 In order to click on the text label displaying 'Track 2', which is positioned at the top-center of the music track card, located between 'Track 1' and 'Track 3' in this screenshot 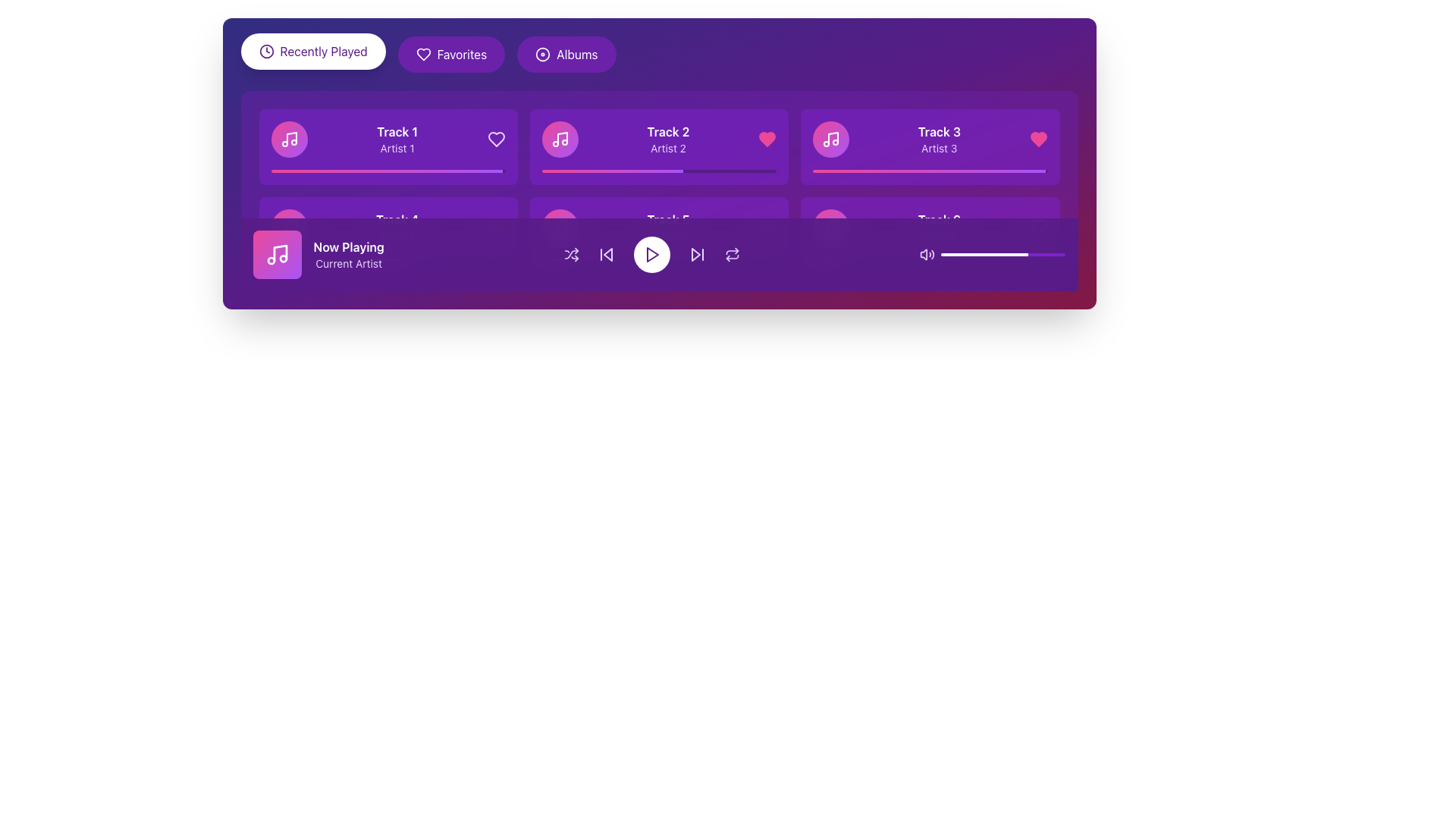, I will do `click(667, 130)`.